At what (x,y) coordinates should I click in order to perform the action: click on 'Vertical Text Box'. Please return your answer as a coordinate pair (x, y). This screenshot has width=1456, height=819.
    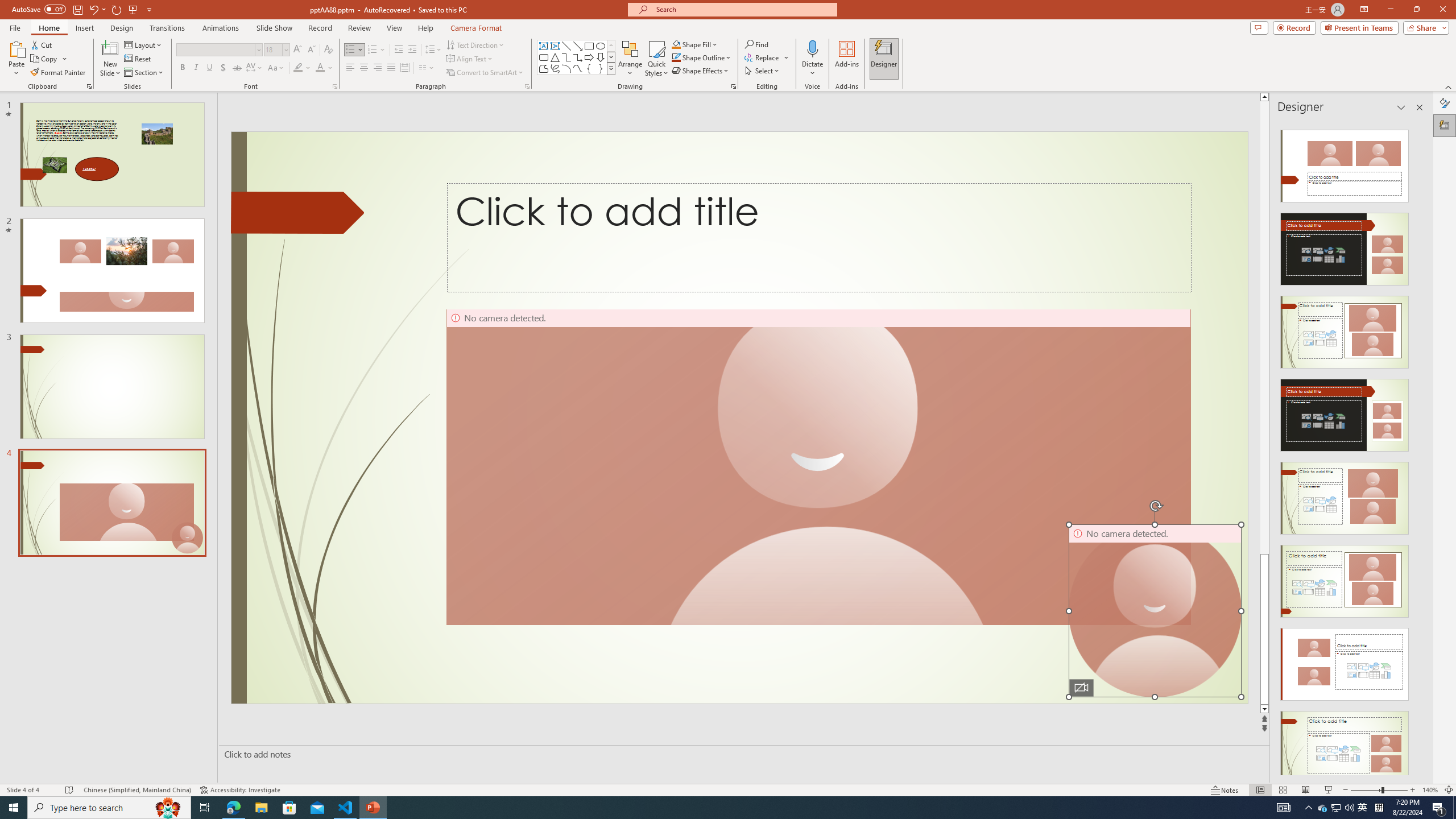
    Looking at the image, I should click on (554, 45).